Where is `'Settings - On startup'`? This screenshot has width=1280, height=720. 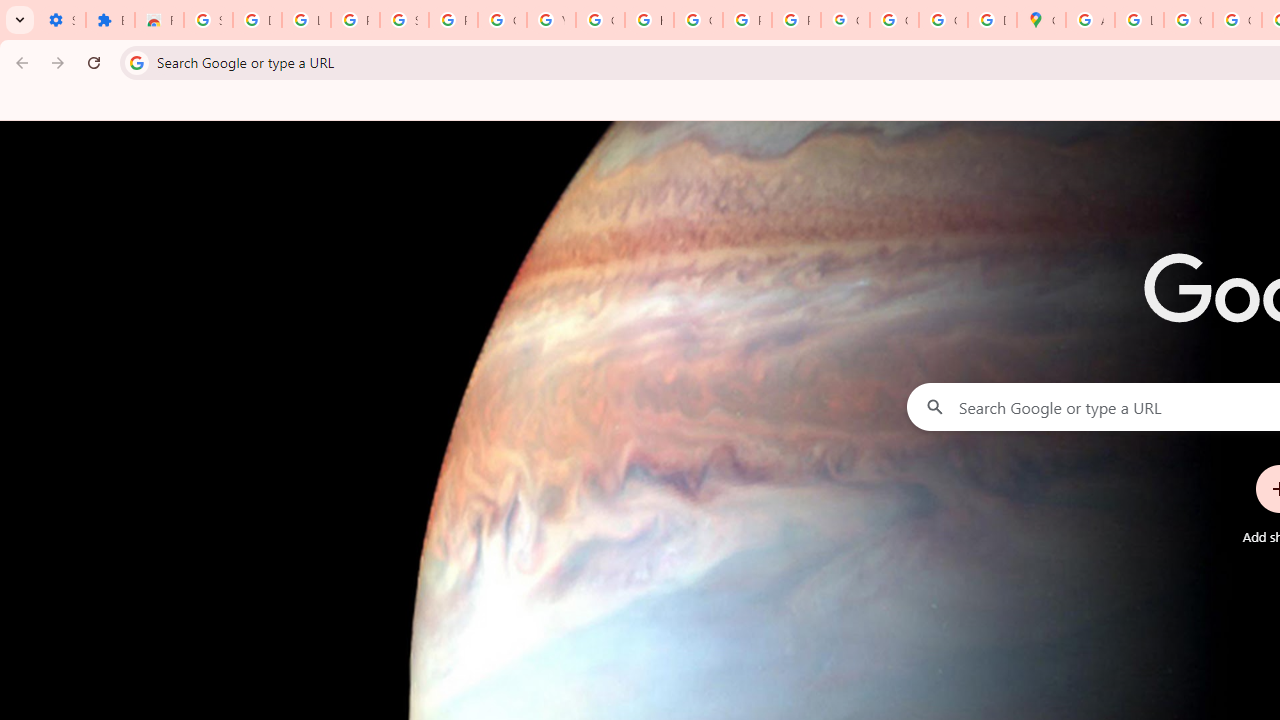 'Settings - On startup' is located at coordinates (61, 20).